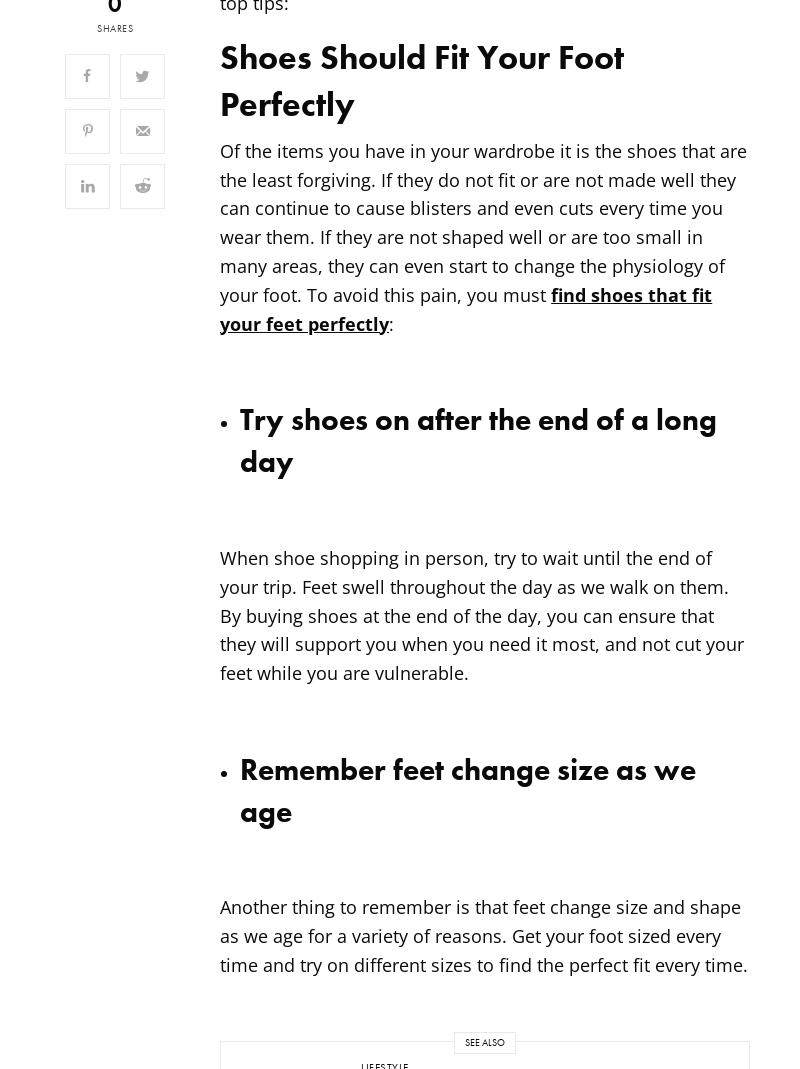 Image resolution: width=800 pixels, height=1069 pixels. I want to click on 'find shoes that fit your feet perfectly', so click(465, 307).